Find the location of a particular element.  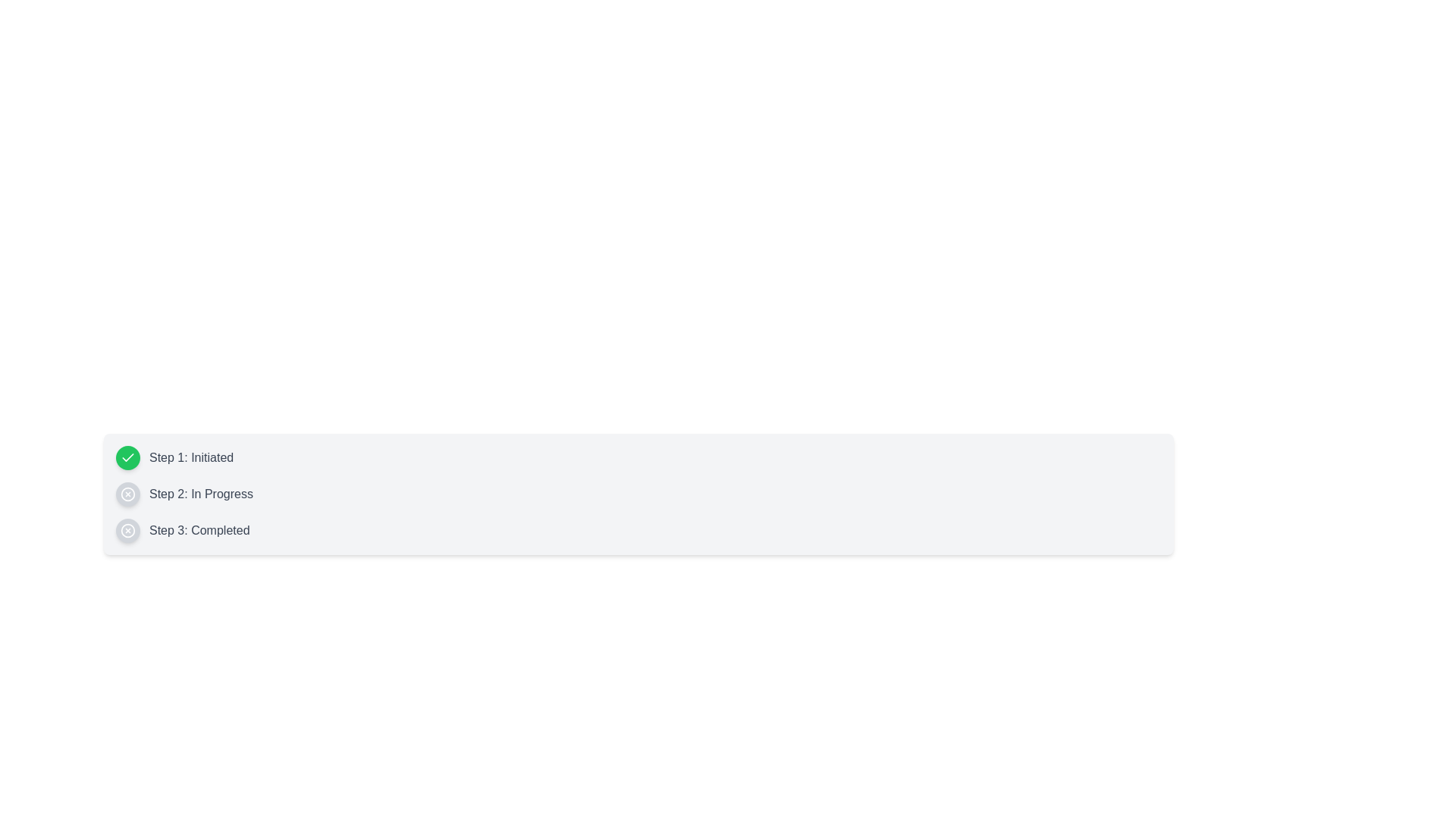

the static text label indicating the completion status of 'Step 3', positioned to the right of the circular icon with a cross mark inside is located at coordinates (199, 529).